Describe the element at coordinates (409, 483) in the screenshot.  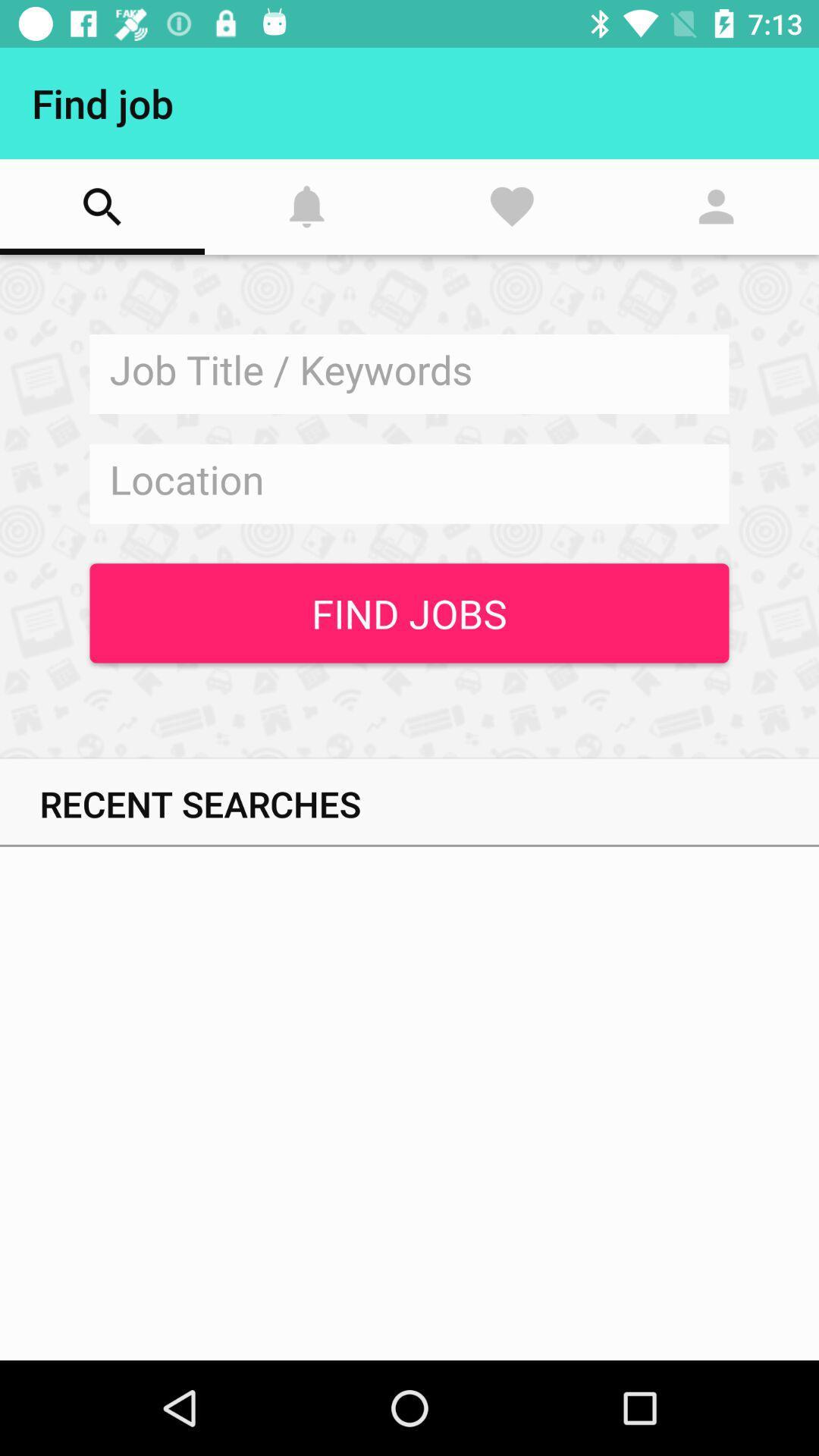
I see `location` at that location.